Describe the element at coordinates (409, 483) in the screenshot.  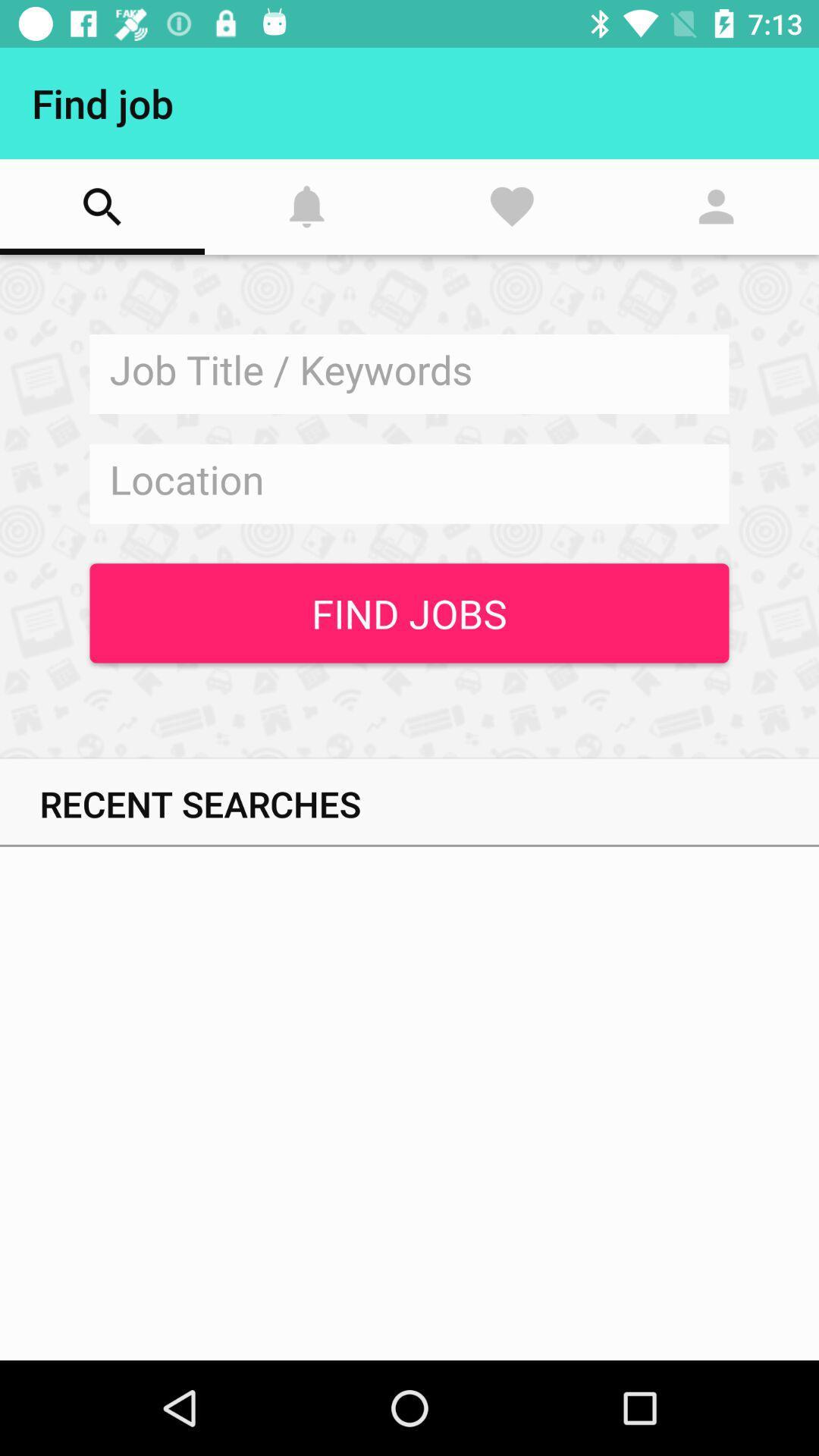
I see `location` at that location.